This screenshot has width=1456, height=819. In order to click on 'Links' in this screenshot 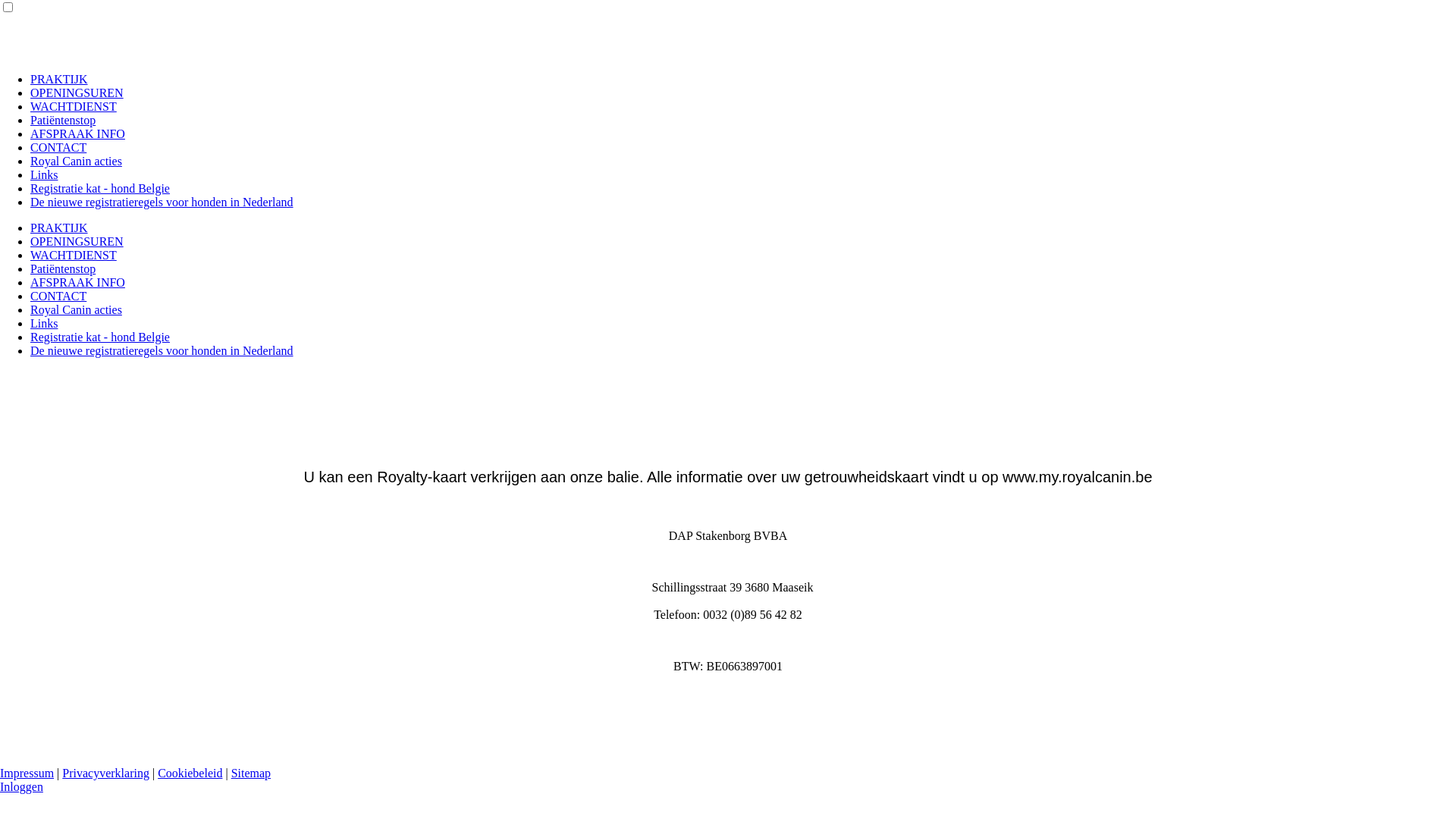, I will do `click(30, 322)`.